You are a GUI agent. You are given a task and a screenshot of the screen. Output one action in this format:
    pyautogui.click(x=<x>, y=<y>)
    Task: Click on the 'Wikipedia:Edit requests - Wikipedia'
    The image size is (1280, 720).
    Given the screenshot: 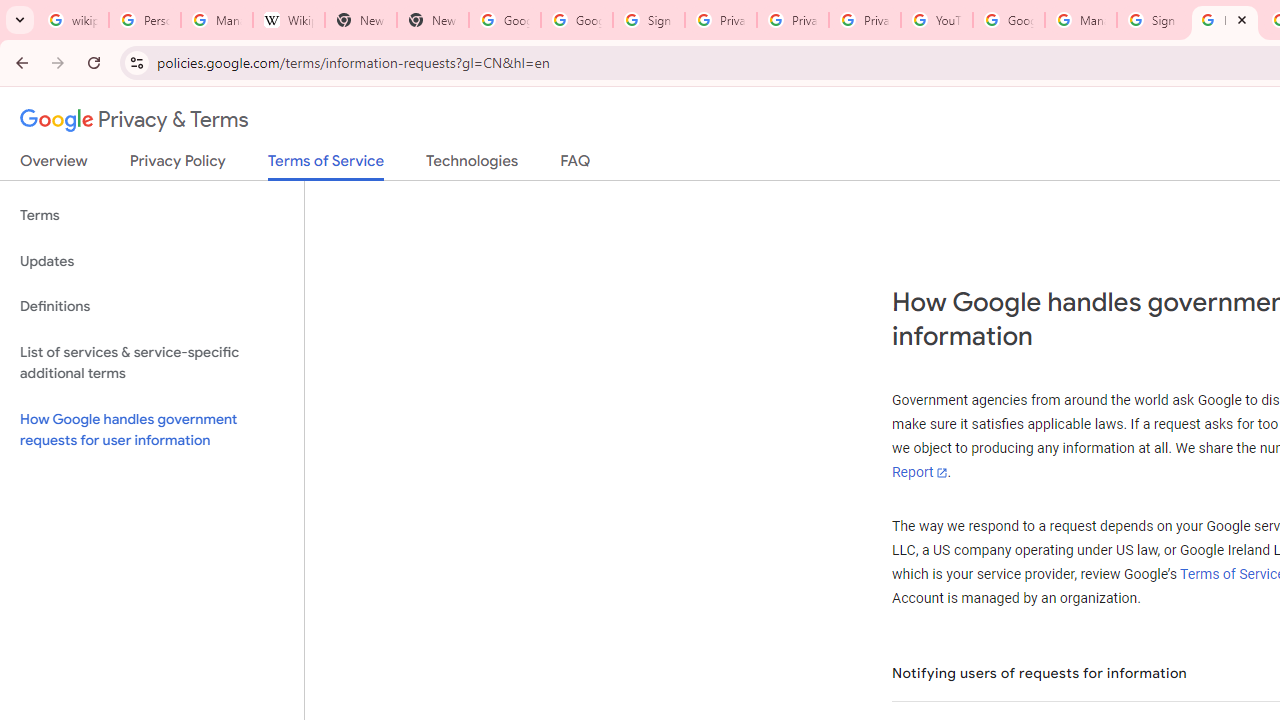 What is the action you would take?
    pyautogui.click(x=288, y=20)
    